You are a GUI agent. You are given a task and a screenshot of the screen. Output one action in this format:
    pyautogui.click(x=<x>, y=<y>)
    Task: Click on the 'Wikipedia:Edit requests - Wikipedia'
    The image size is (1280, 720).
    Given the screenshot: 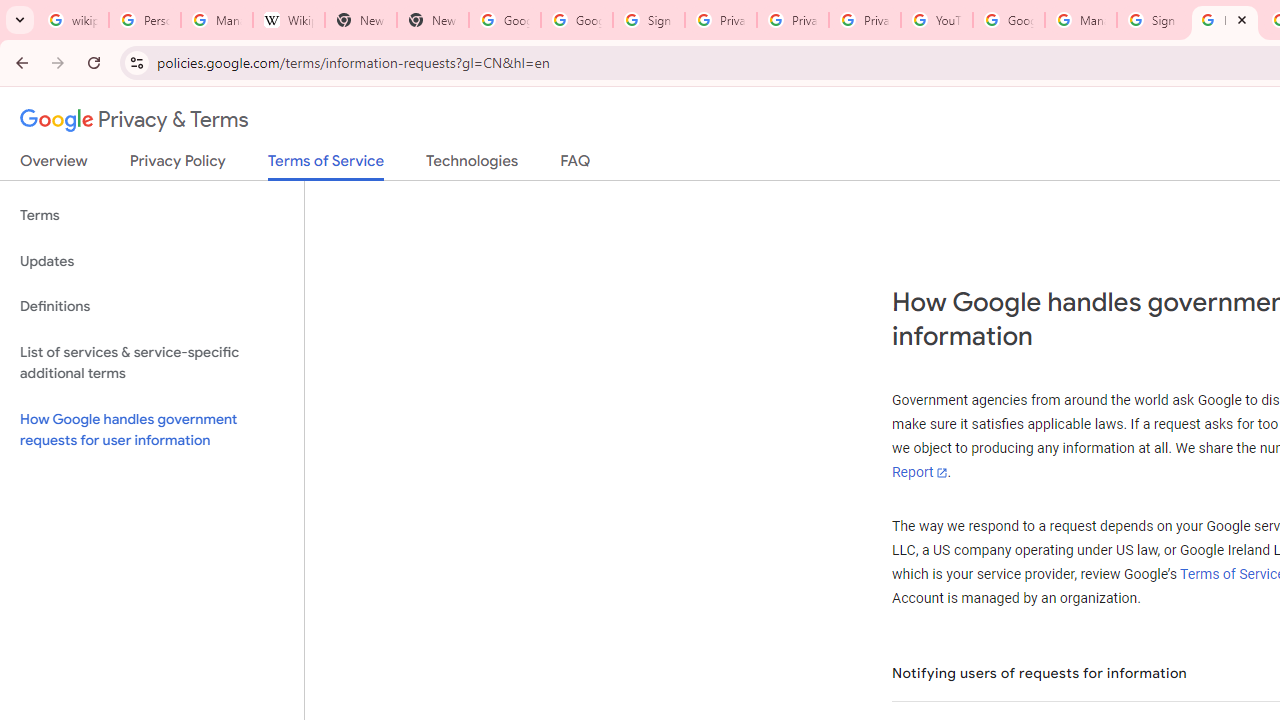 What is the action you would take?
    pyautogui.click(x=288, y=20)
    